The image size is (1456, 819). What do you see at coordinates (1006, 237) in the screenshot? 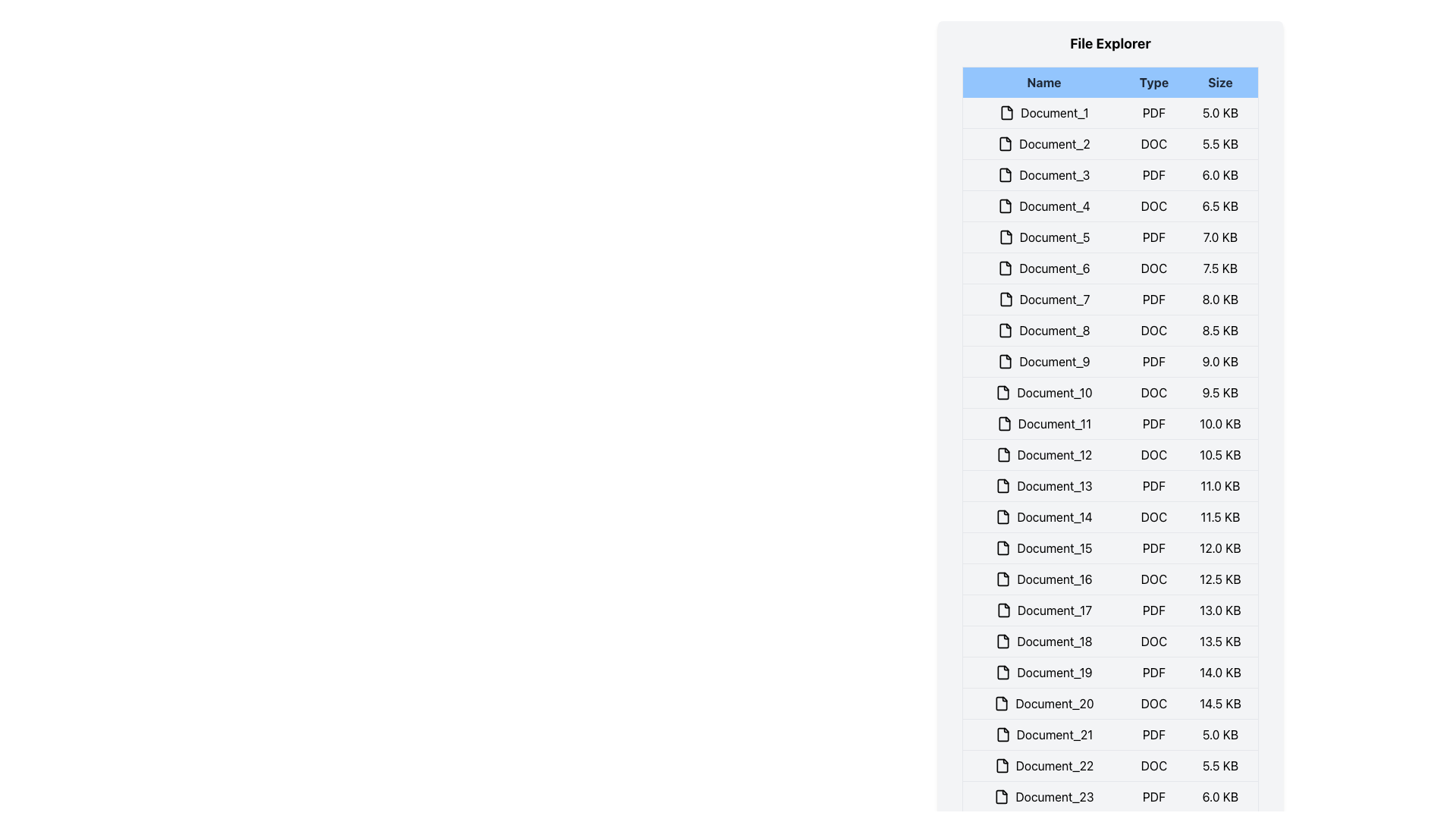
I see `the file type icon for 'Document_5' in the file explorer list, which visually identifies the document category` at bounding box center [1006, 237].